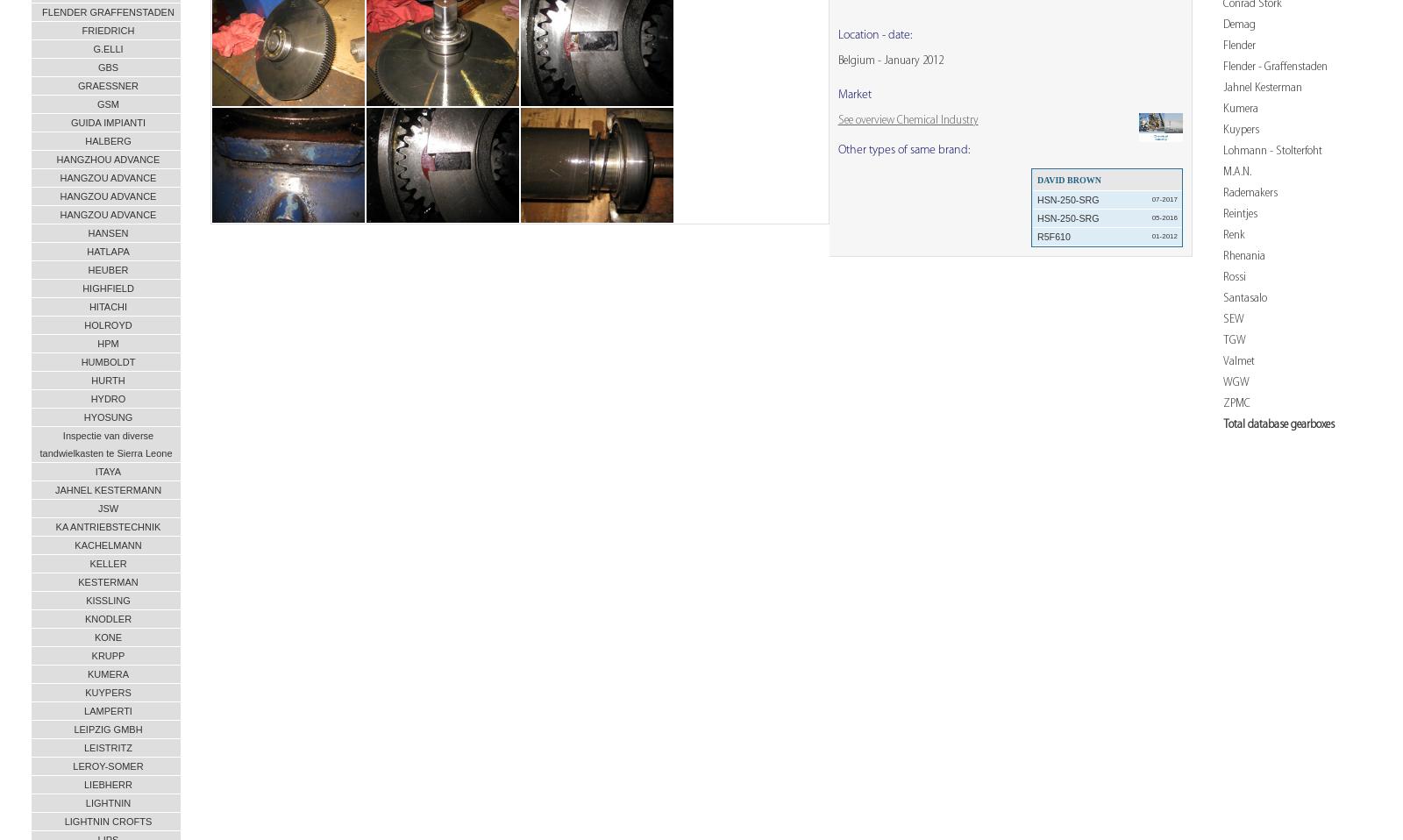 The image size is (1403, 840). What do you see at coordinates (107, 580) in the screenshot?
I see `'KESTERMAN'` at bounding box center [107, 580].